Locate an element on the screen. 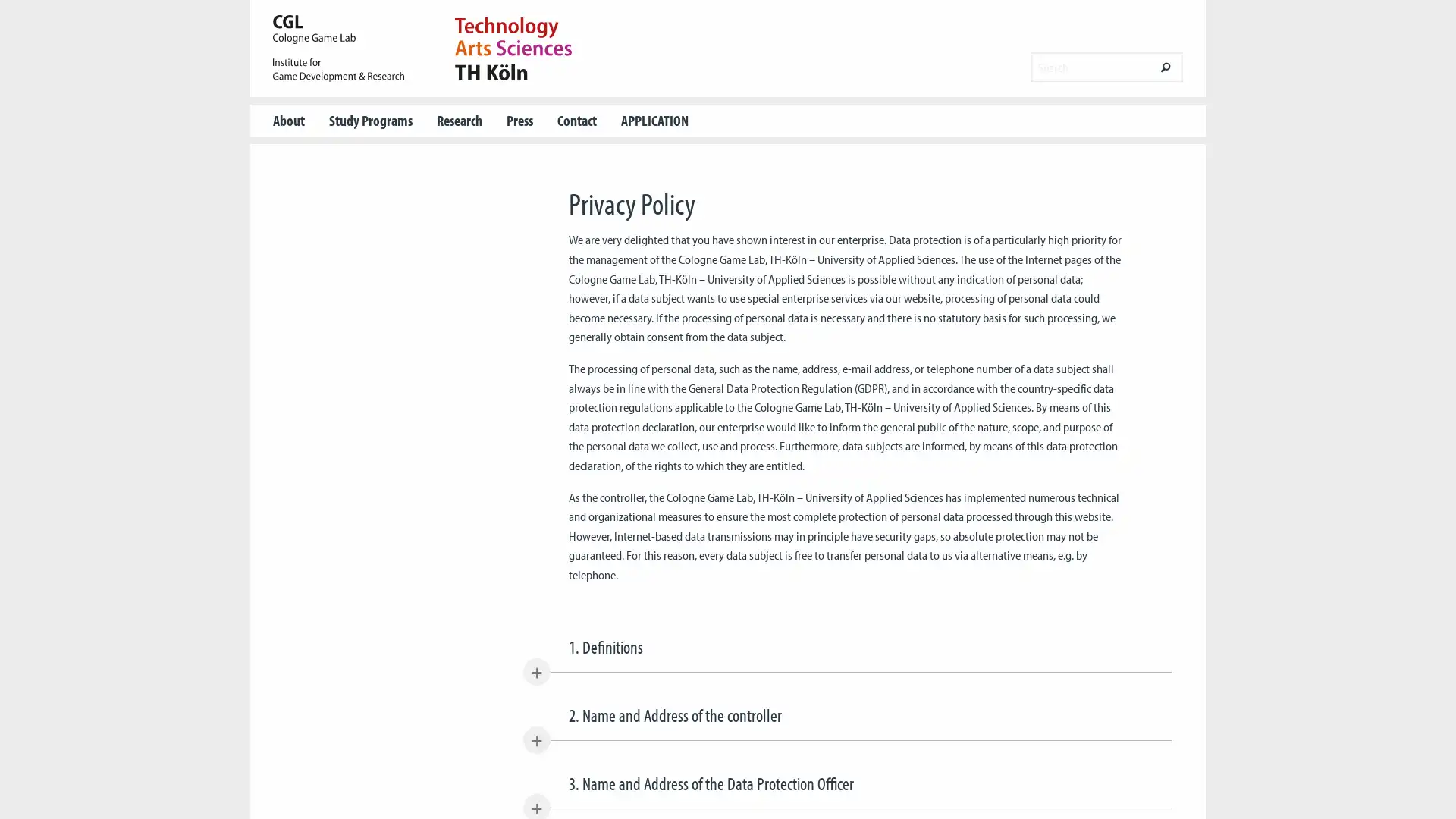 Image resolution: width=1456 pixels, height=819 pixels. 3. Name and Address of the Data Protection Officer + is located at coordinates (846, 789).